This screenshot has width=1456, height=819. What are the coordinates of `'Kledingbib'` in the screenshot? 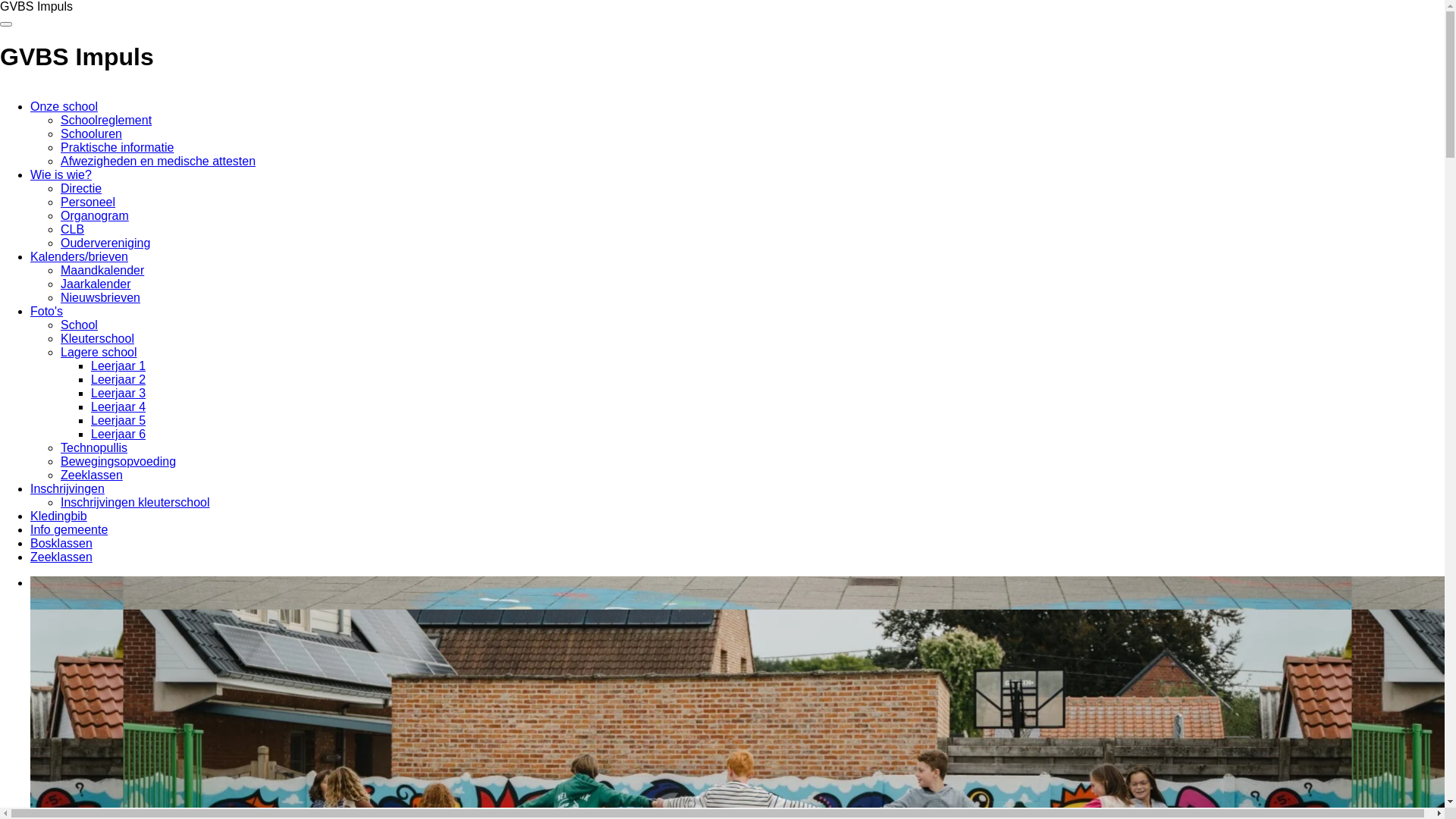 It's located at (58, 515).